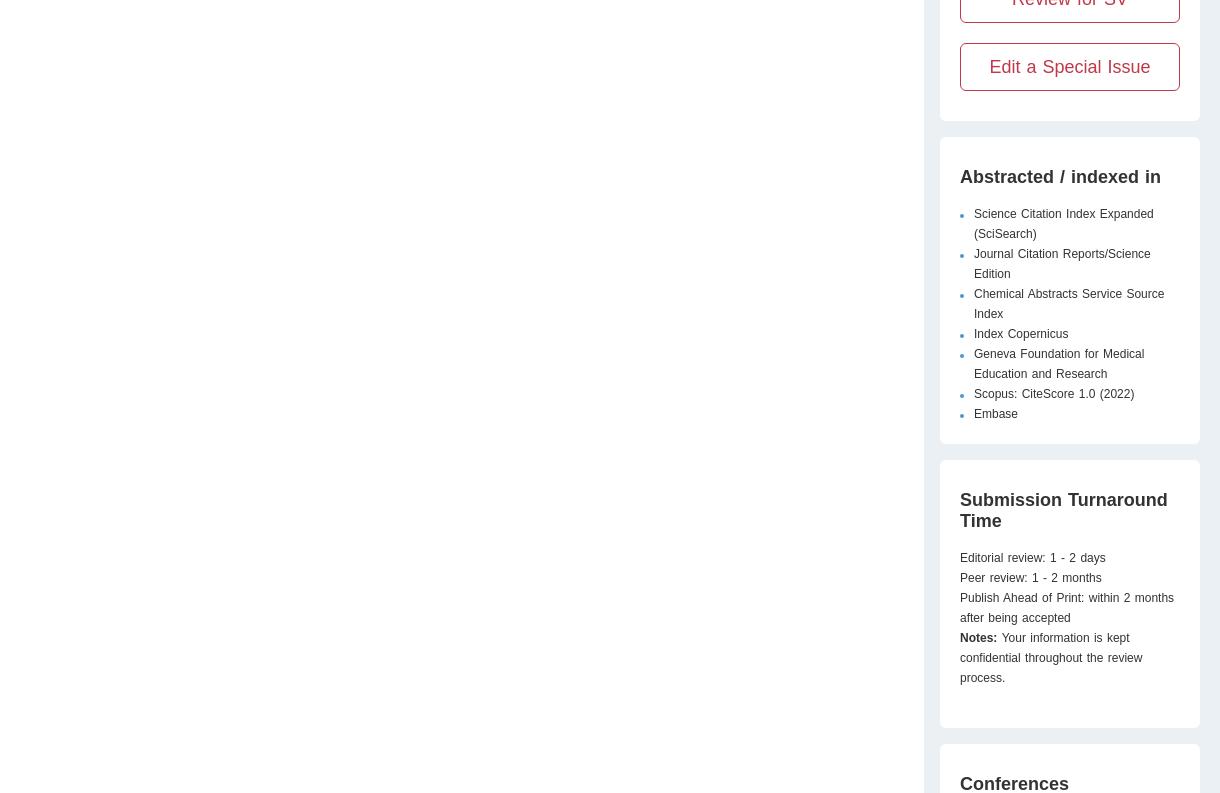  I want to click on 'Notes:', so click(979, 636).